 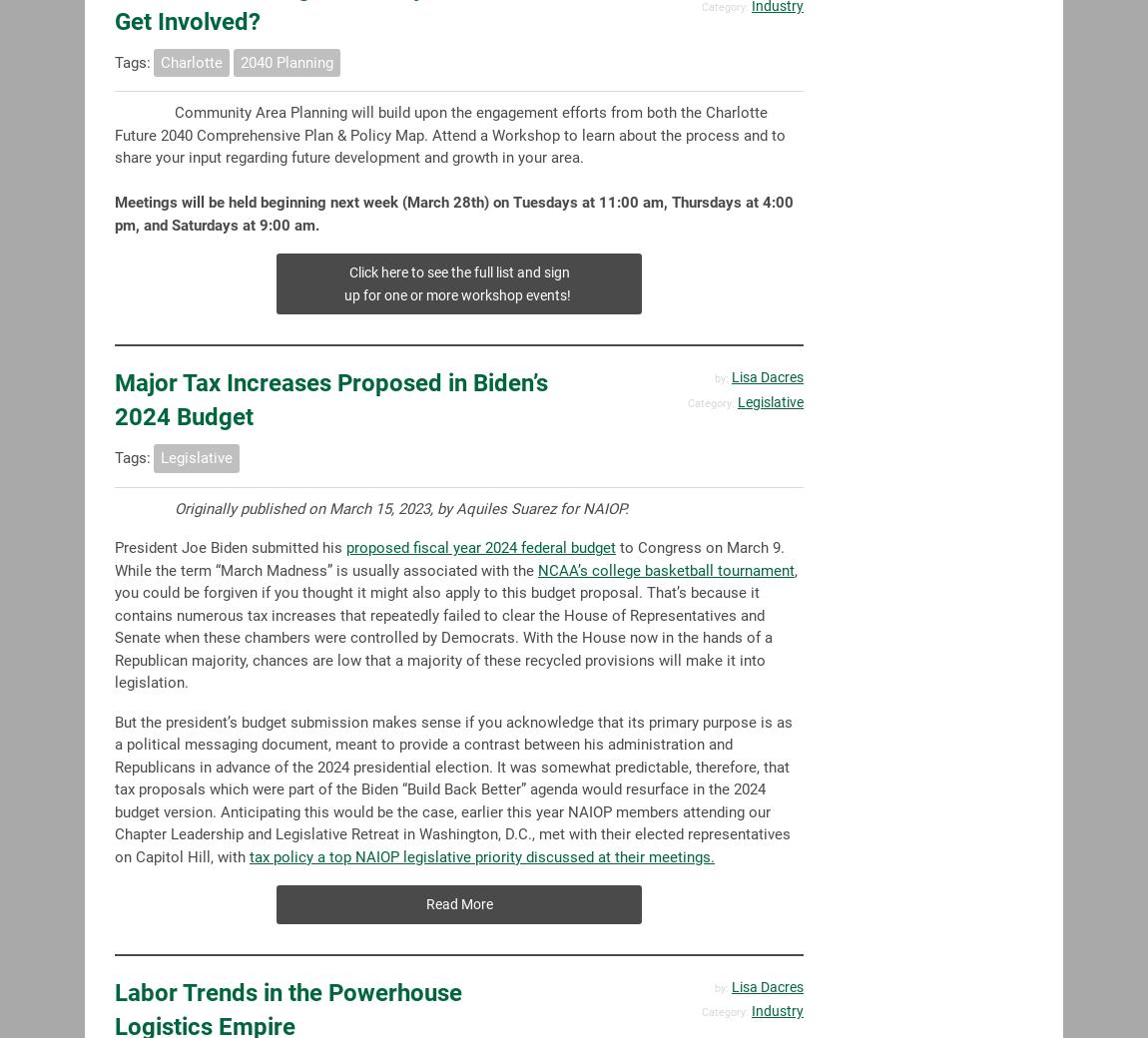 What do you see at coordinates (456, 625) in the screenshot?
I see `', you could be forgiven if you thought it might also apply to this budget proposal. That’s because it contains numerous tax increases that repeatedly failed to clear the House of Representatives and Senate when these chambers were controlled by Democrats. With the House now in the hands of a Republican majority, chances are low that a majority of these recycled provisions will make it into legislation.'` at bounding box center [456, 625].